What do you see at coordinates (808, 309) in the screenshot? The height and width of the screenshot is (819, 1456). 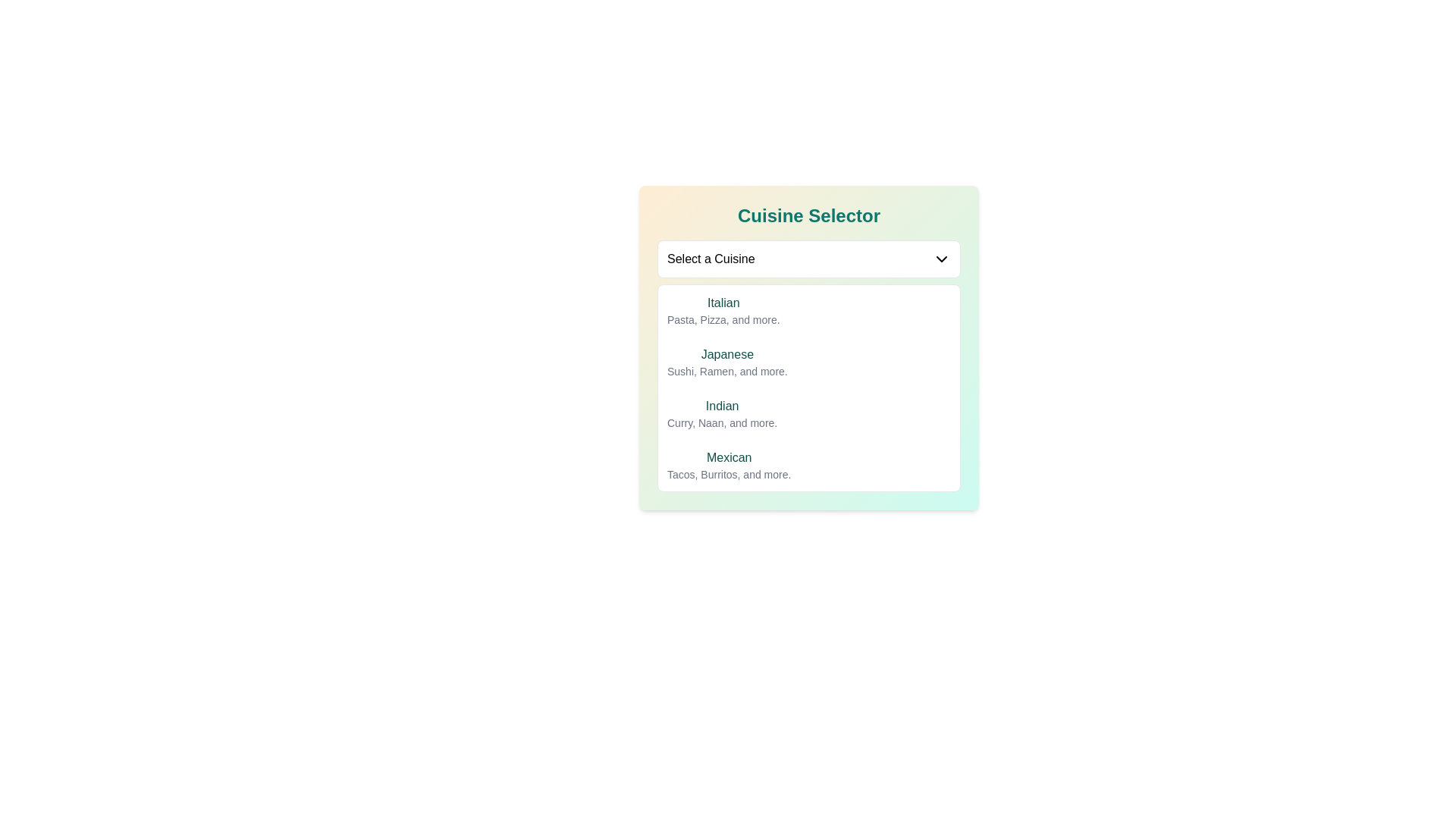 I see `the first list item representing the Italian cuisine category in the 'Cuisine Selector'` at bounding box center [808, 309].